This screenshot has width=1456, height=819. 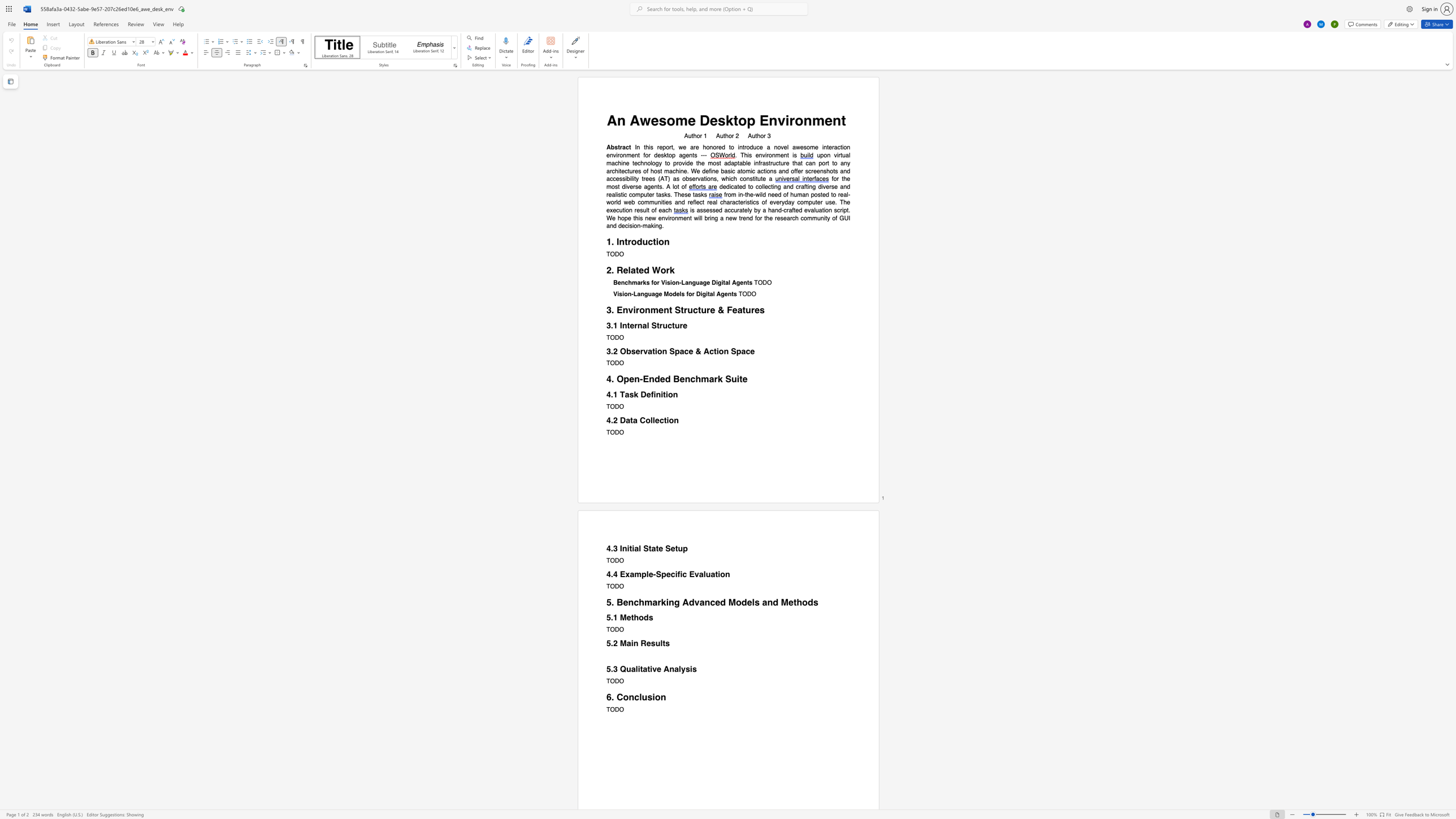 I want to click on the space between the continuous character "n" and "v" in the text, so click(x=665, y=218).